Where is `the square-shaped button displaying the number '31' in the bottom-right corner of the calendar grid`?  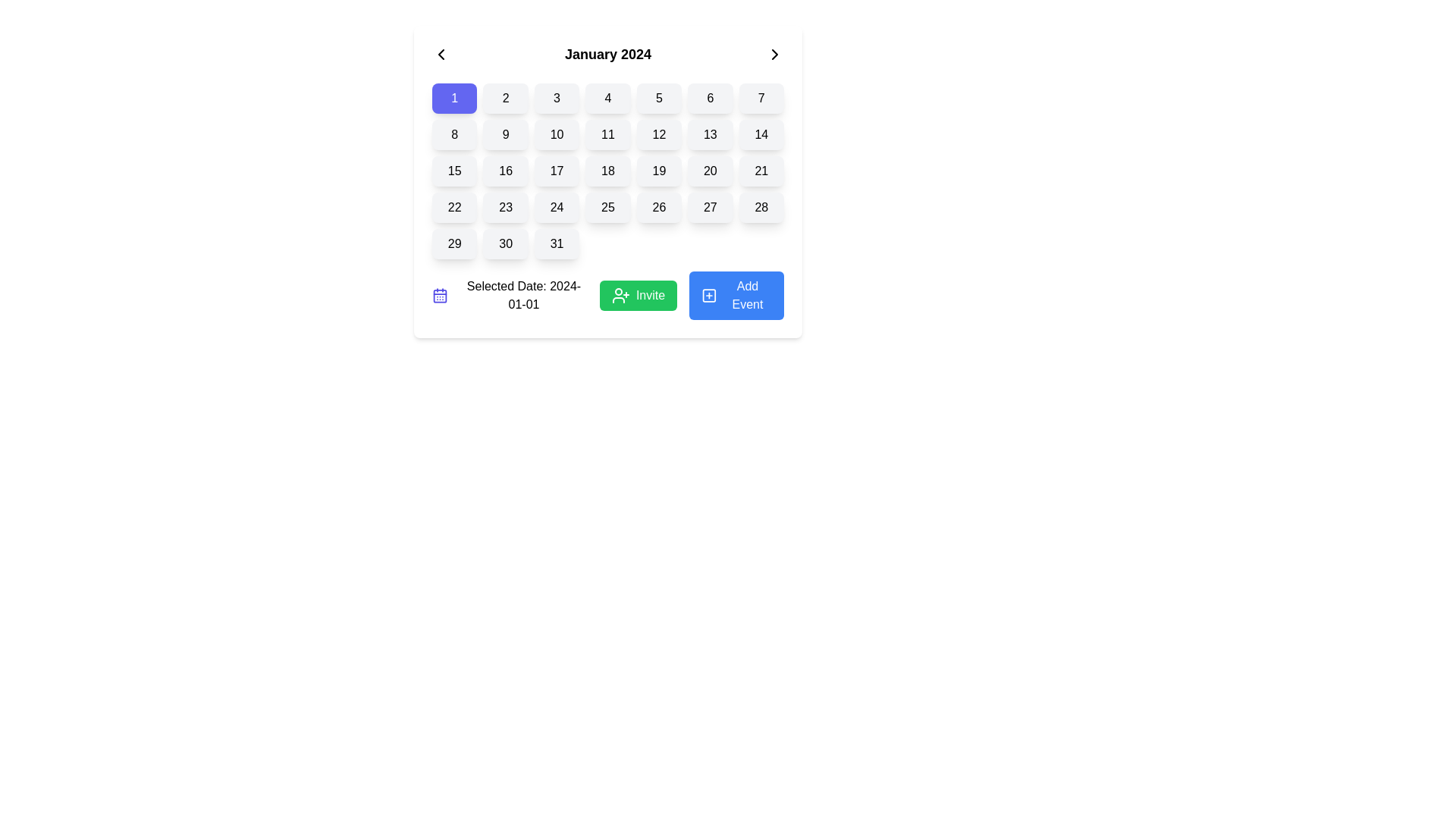
the square-shaped button displaying the number '31' in the bottom-right corner of the calendar grid is located at coordinates (556, 243).